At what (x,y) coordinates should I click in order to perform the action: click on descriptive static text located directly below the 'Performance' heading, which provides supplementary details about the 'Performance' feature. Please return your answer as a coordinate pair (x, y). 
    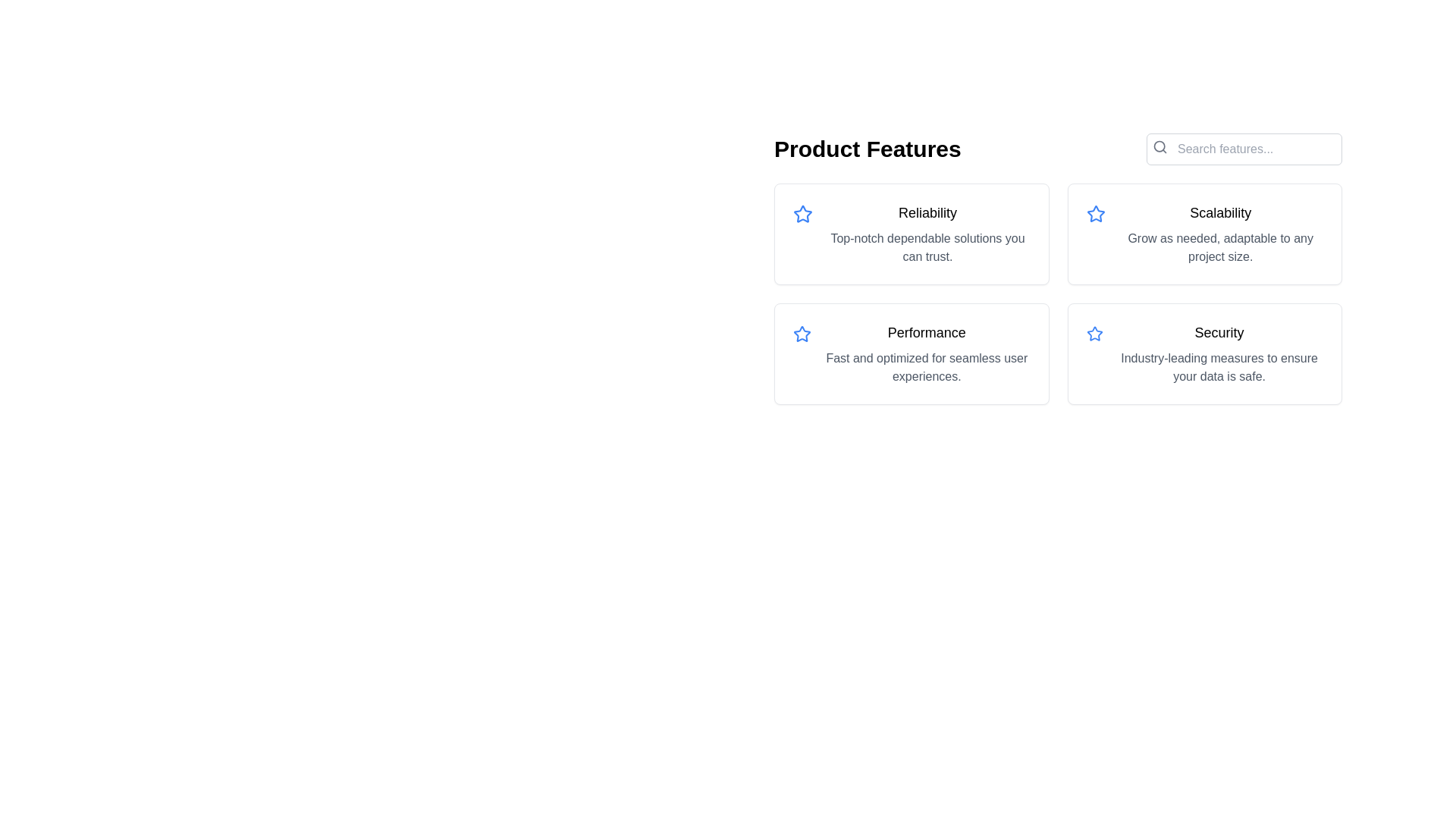
    Looking at the image, I should click on (926, 368).